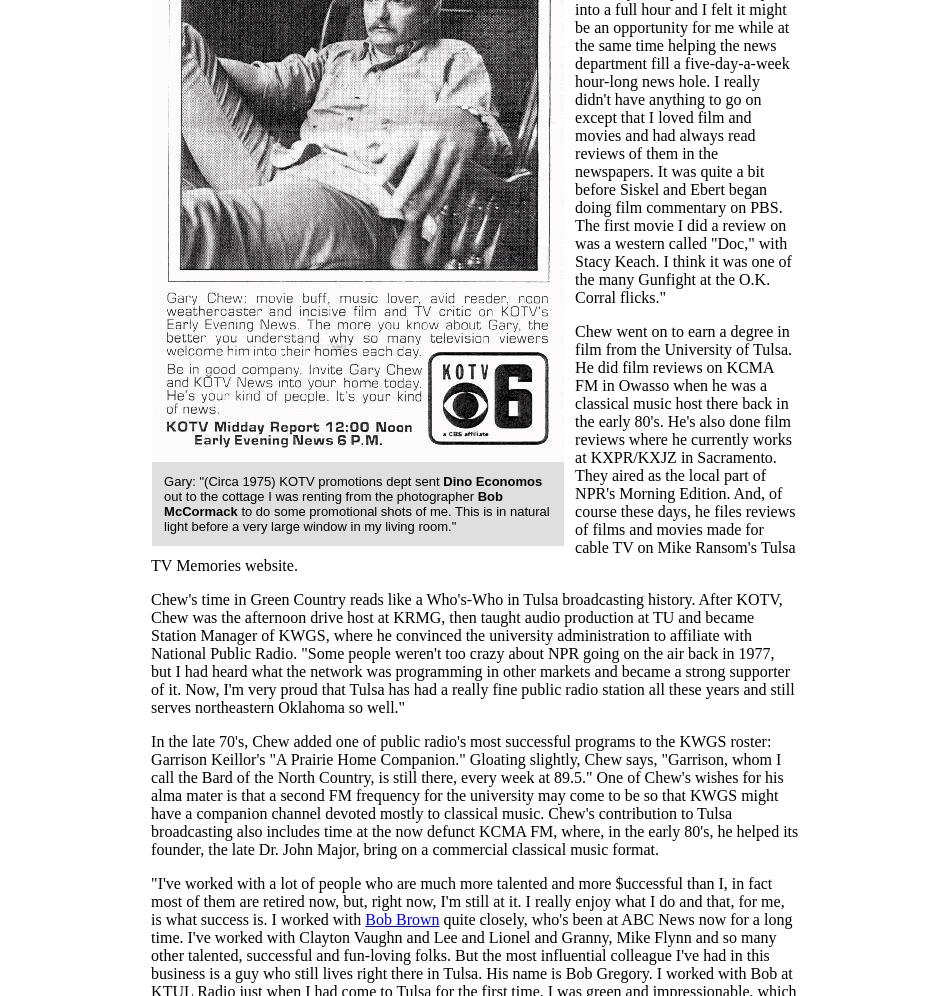 The width and height of the screenshot is (950, 996). Describe the element at coordinates (163, 495) in the screenshot. I see `'out to the cottage I was renting from the photographer'` at that location.